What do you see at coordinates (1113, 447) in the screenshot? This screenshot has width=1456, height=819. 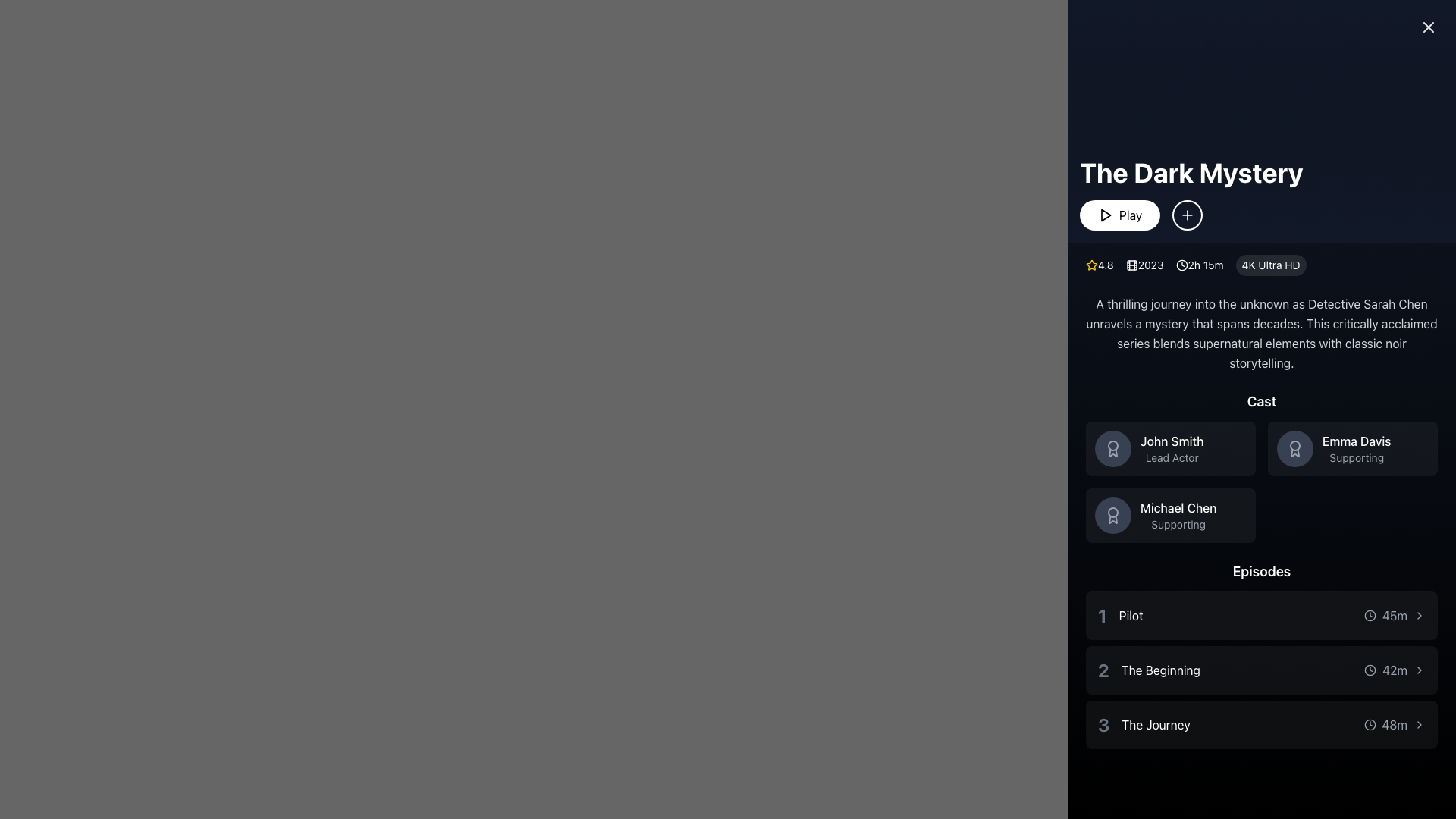 I see `the icon representing 'John Smith' located on the left side of the 'John Smith Lead Actor' card in the cast section, positioned above the text 'John Smith'` at bounding box center [1113, 447].